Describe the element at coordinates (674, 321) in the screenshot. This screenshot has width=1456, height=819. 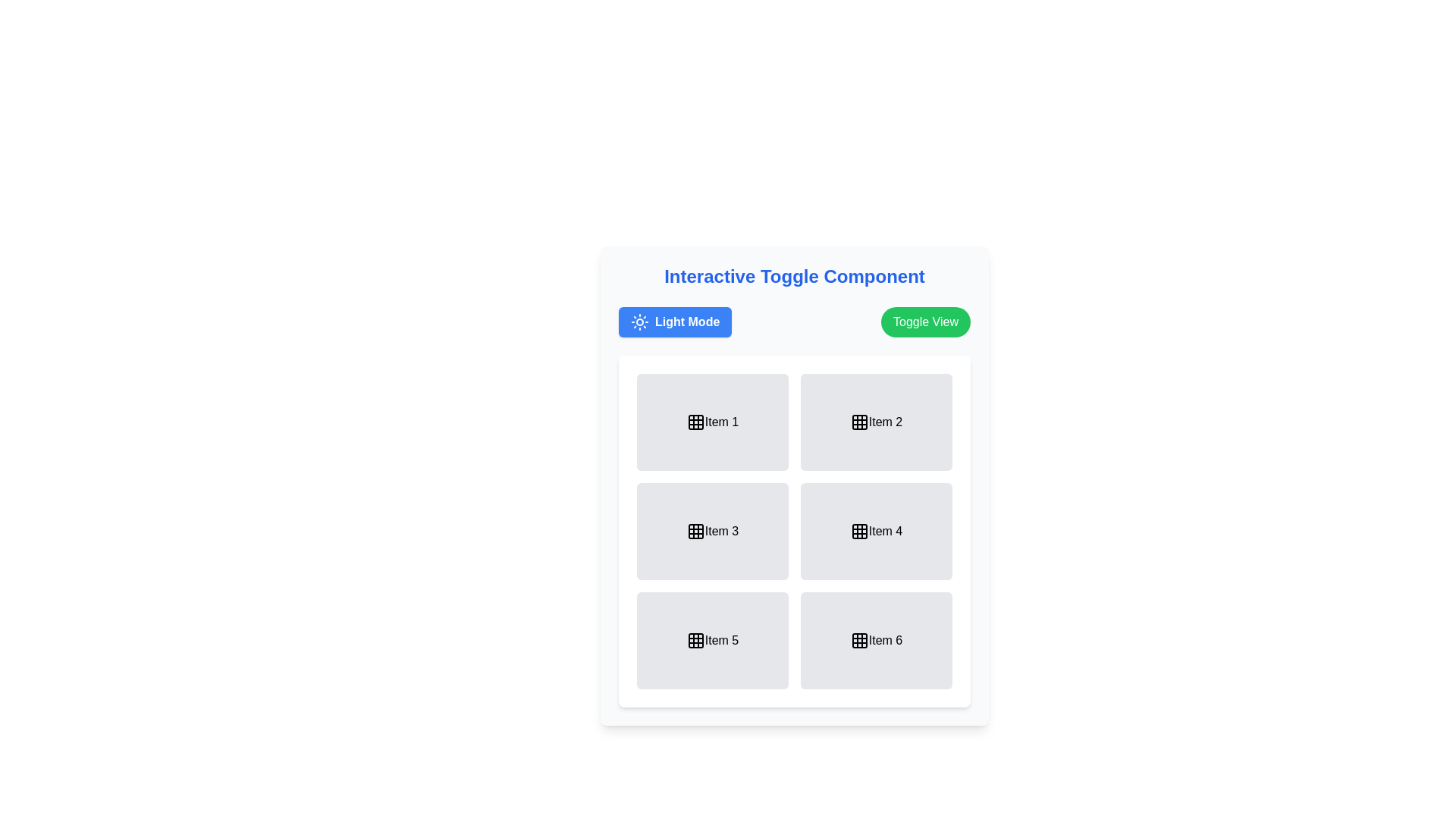
I see `the blue 'Light Mode' button with a sun icon` at that location.